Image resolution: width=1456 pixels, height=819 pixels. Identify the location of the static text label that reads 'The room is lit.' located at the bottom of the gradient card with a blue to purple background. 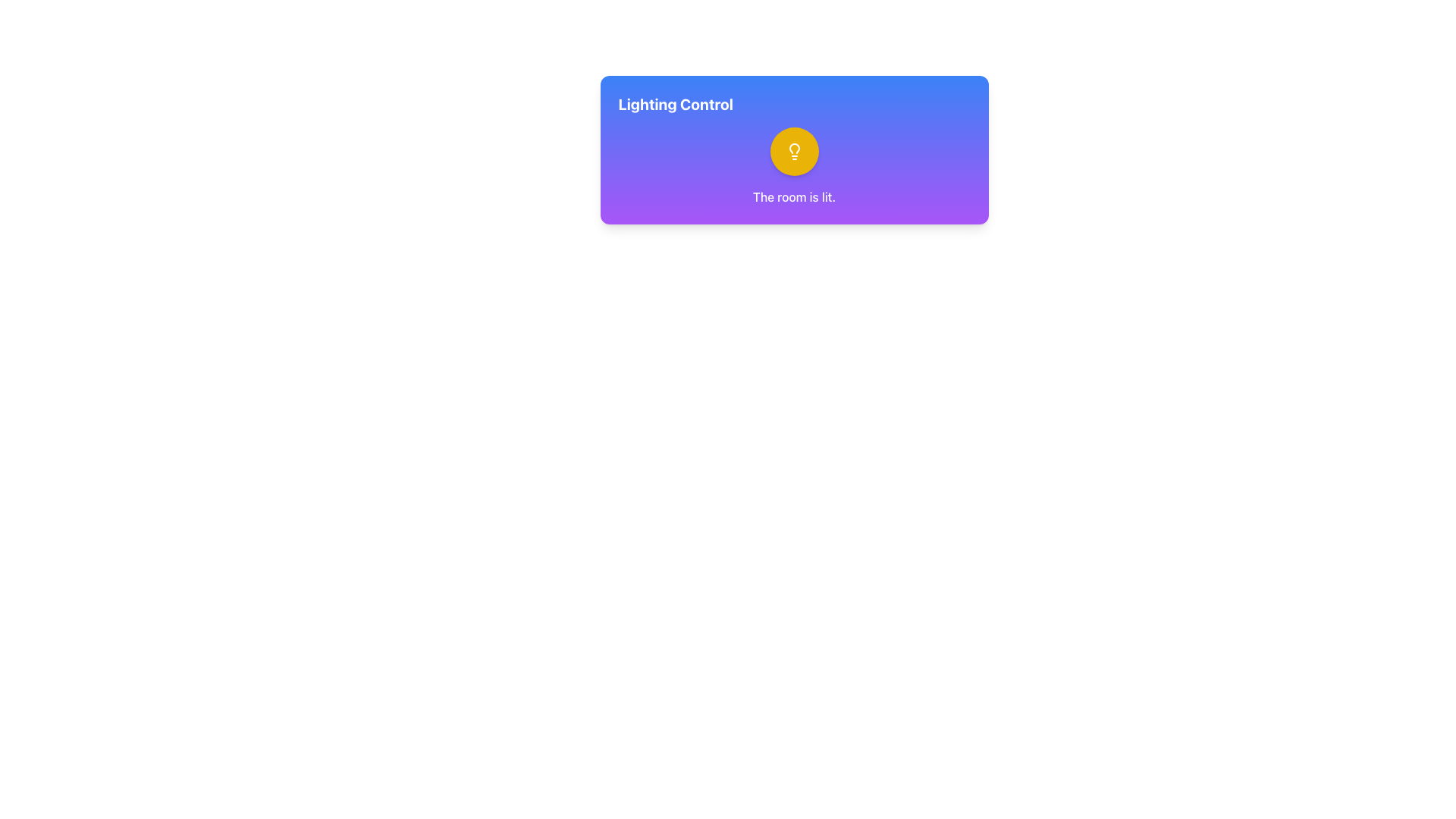
(793, 196).